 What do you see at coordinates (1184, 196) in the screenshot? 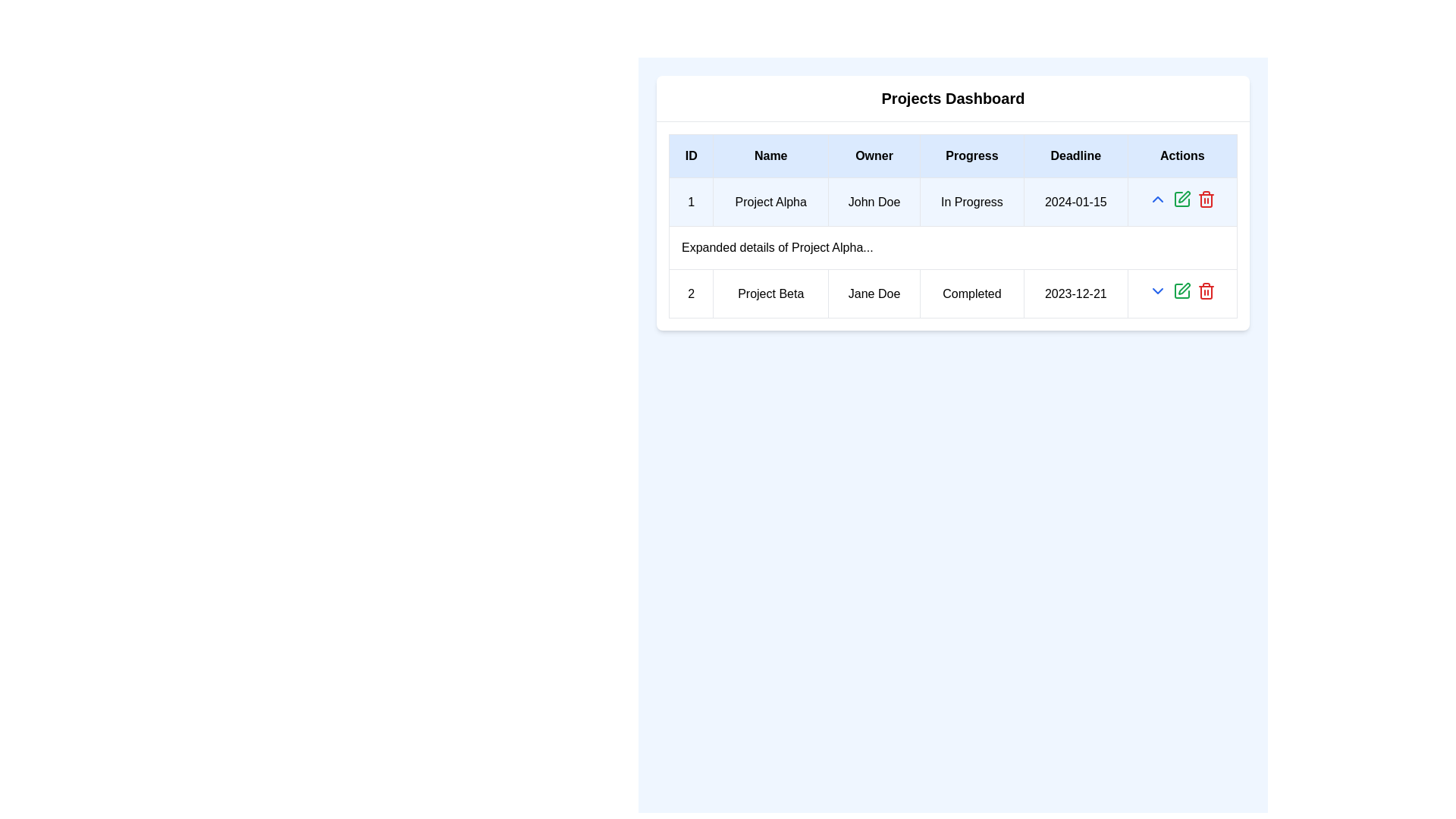
I see `the edit action icon button located in the 'Actions' column of the first row in the 'Projects Dashboard' table` at bounding box center [1184, 196].